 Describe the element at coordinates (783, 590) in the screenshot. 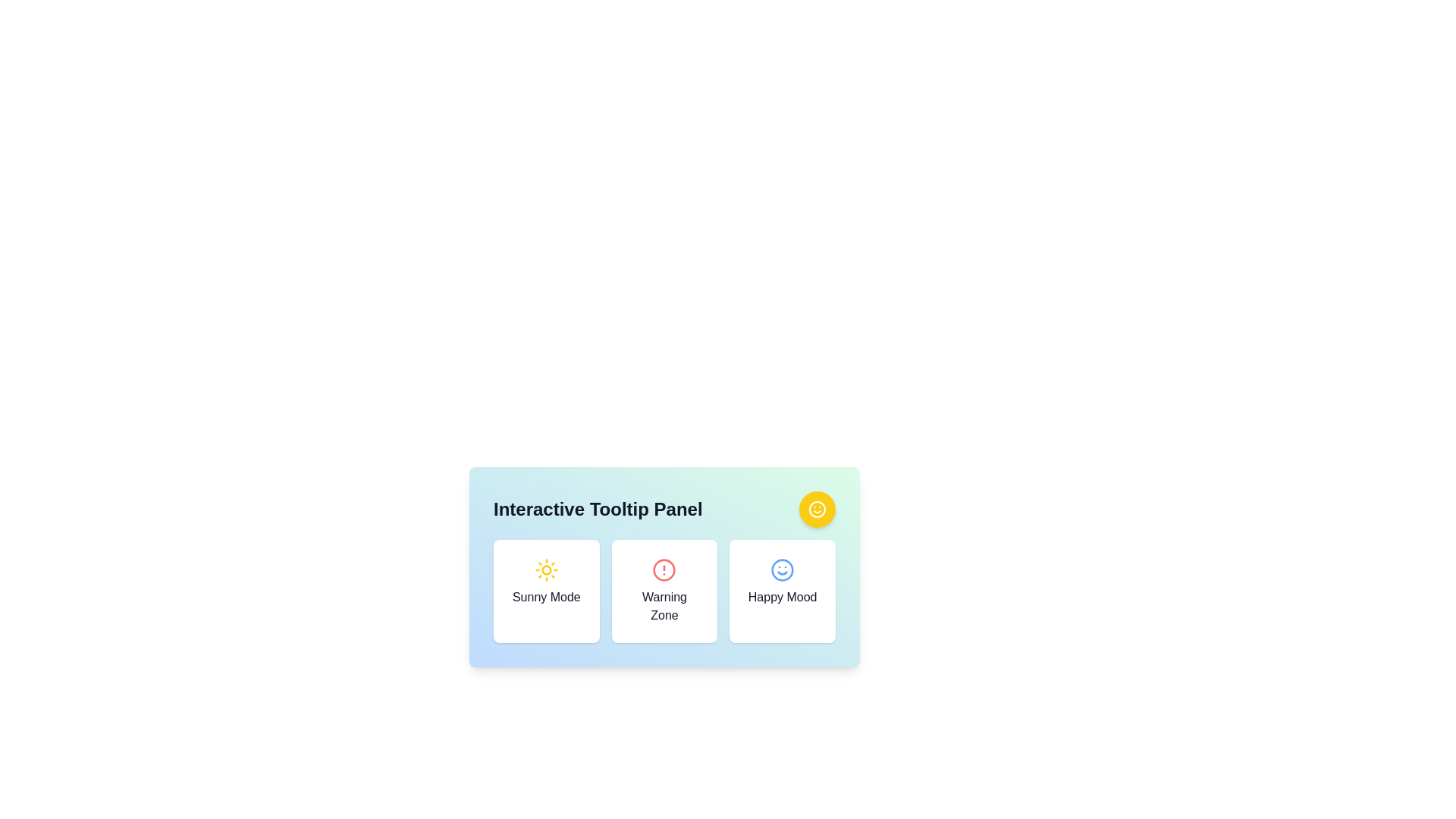

I see `the 'Happy Mood' state card, which is the last card in a horizontal arrangement of three cards, serving as a mood indicator` at that location.